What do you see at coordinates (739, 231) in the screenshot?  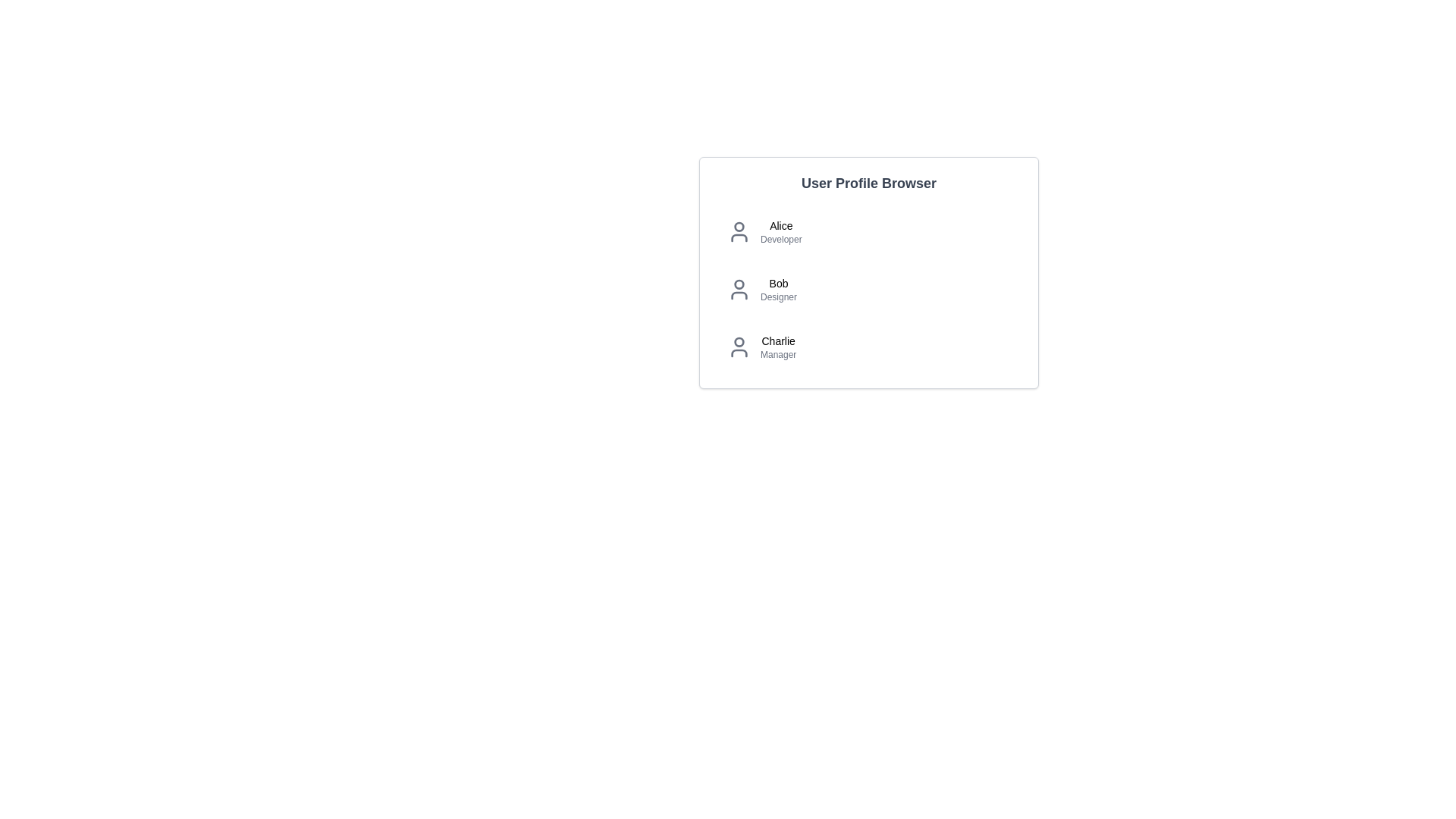 I see `the user profile icon for 'Alice Developer', which is positioned leftmost in the first user card in the 'User Profile Browser' section` at bounding box center [739, 231].